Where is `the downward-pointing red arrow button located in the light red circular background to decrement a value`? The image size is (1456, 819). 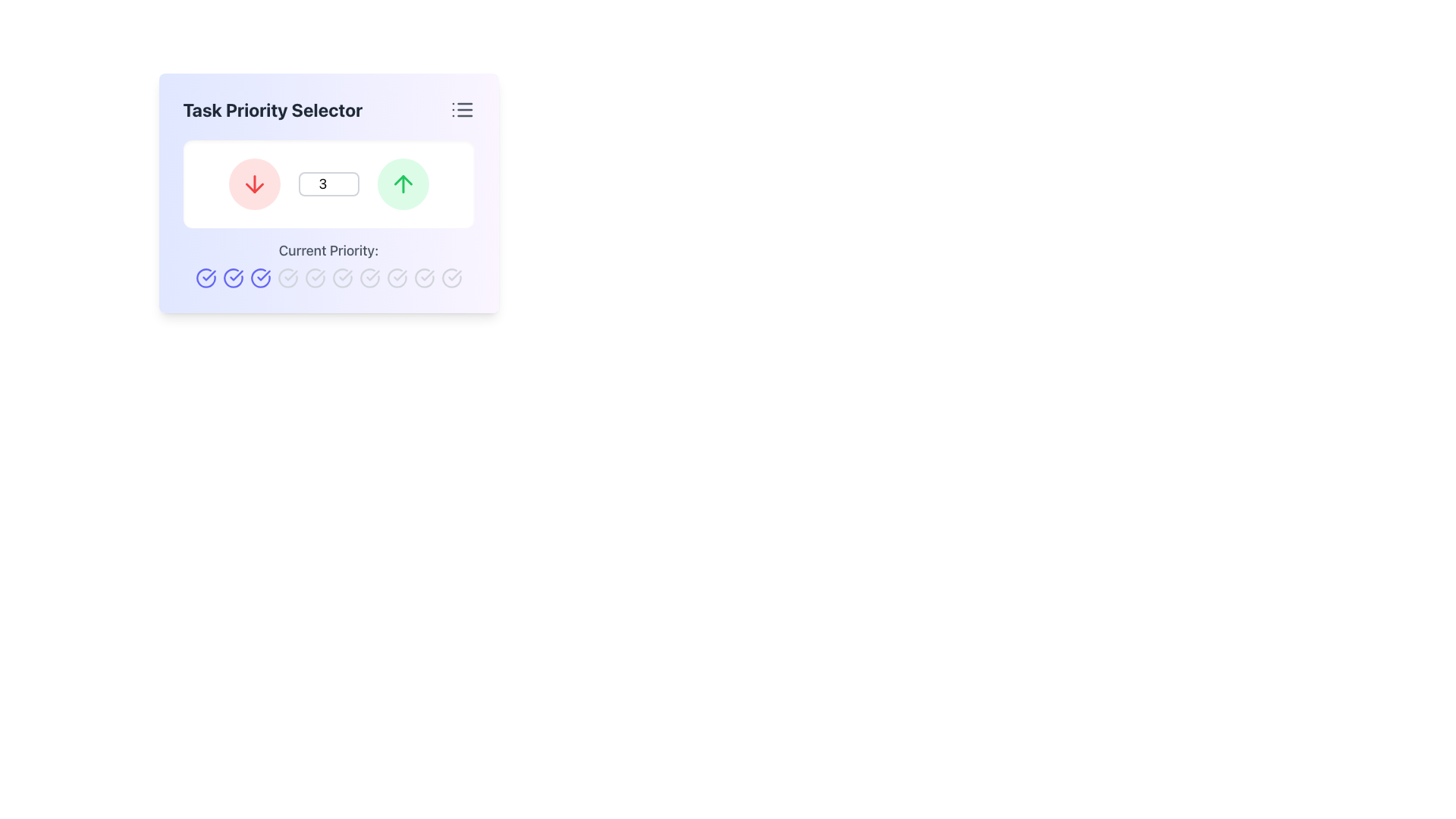 the downward-pointing red arrow button located in the light red circular background to decrement a value is located at coordinates (254, 184).